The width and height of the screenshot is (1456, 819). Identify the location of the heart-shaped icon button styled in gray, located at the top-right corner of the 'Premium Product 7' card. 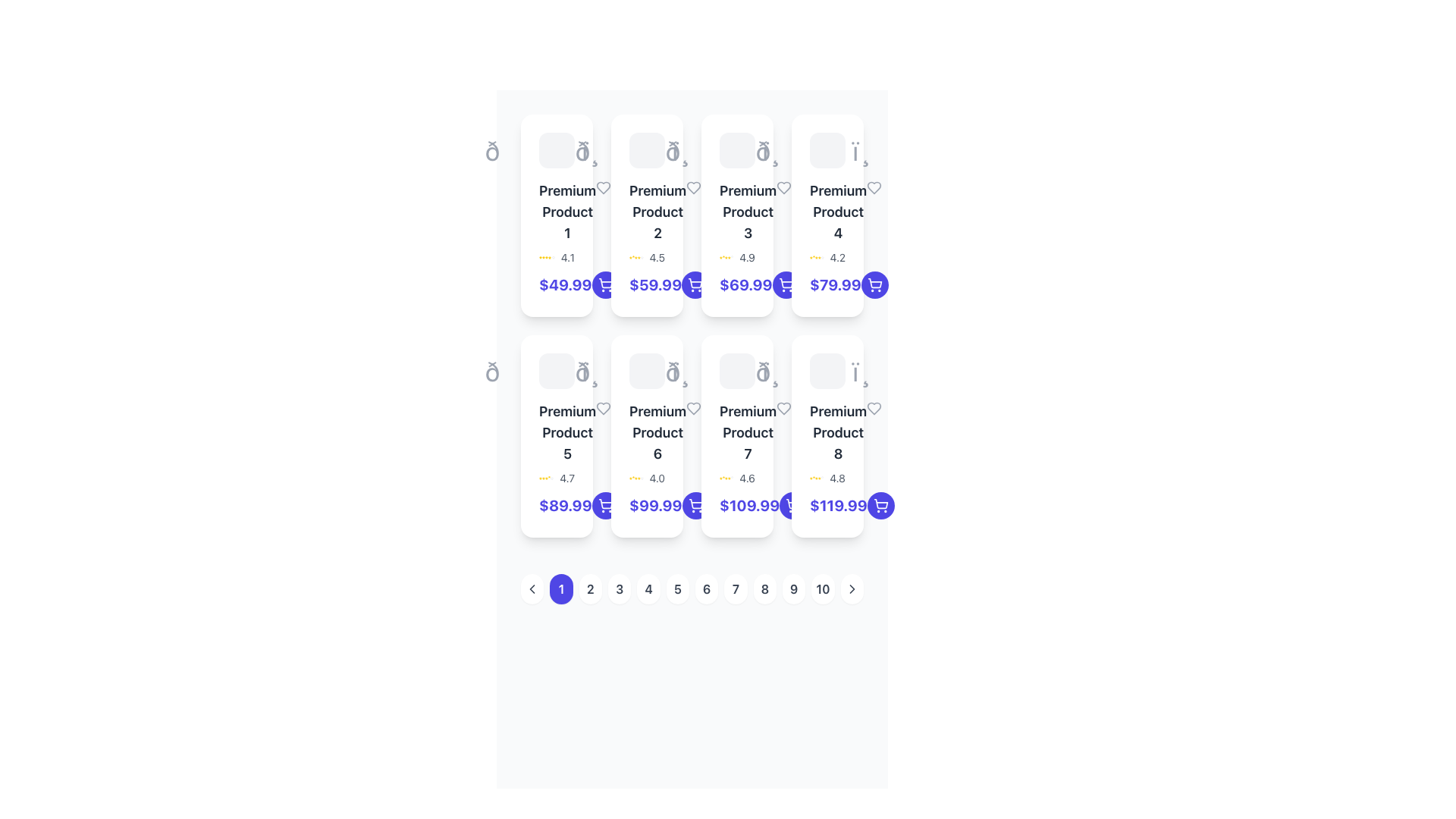
(783, 408).